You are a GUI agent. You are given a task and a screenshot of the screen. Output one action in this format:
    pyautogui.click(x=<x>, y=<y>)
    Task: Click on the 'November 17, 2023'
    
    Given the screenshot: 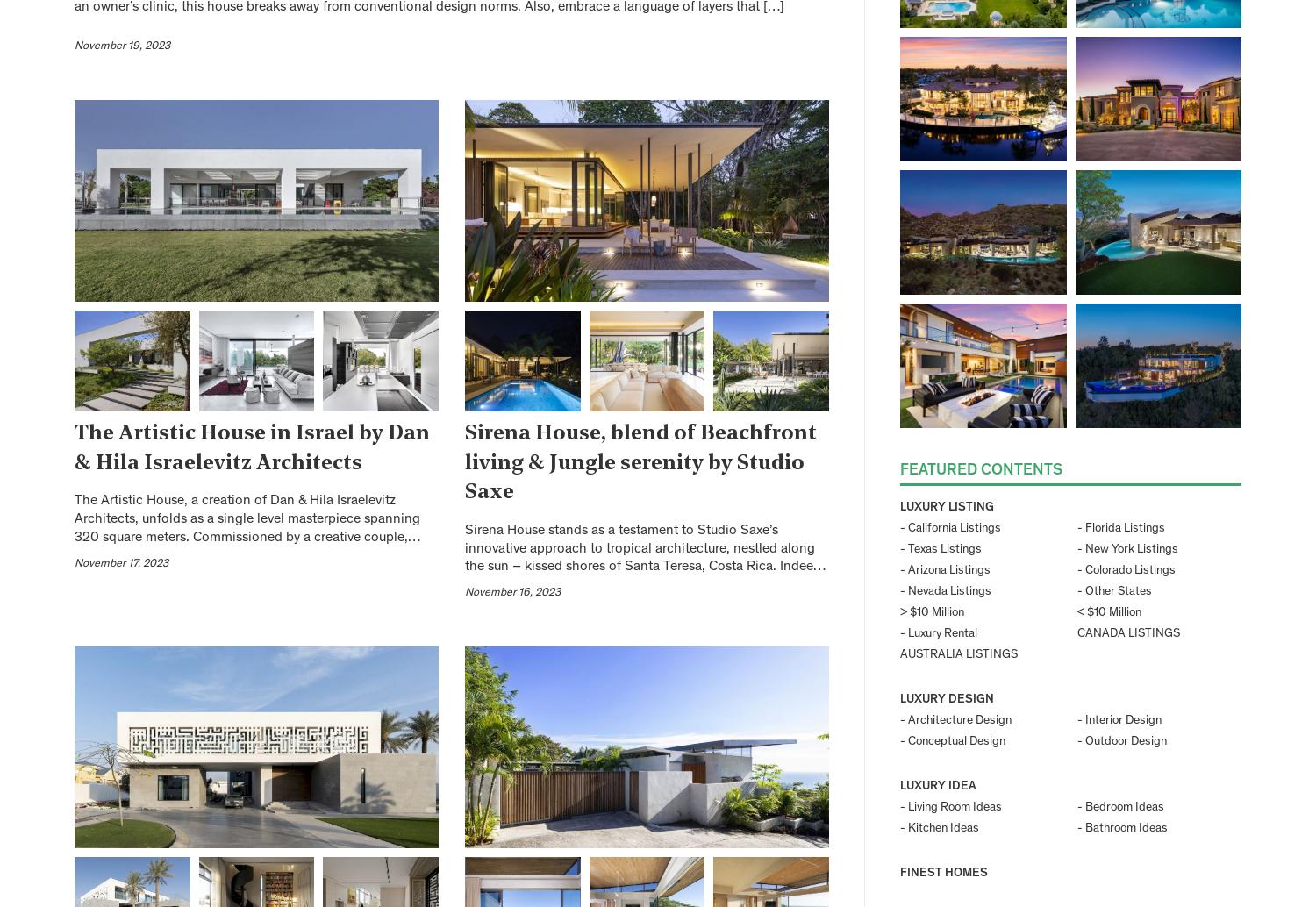 What is the action you would take?
    pyautogui.click(x=121, y=563)
    